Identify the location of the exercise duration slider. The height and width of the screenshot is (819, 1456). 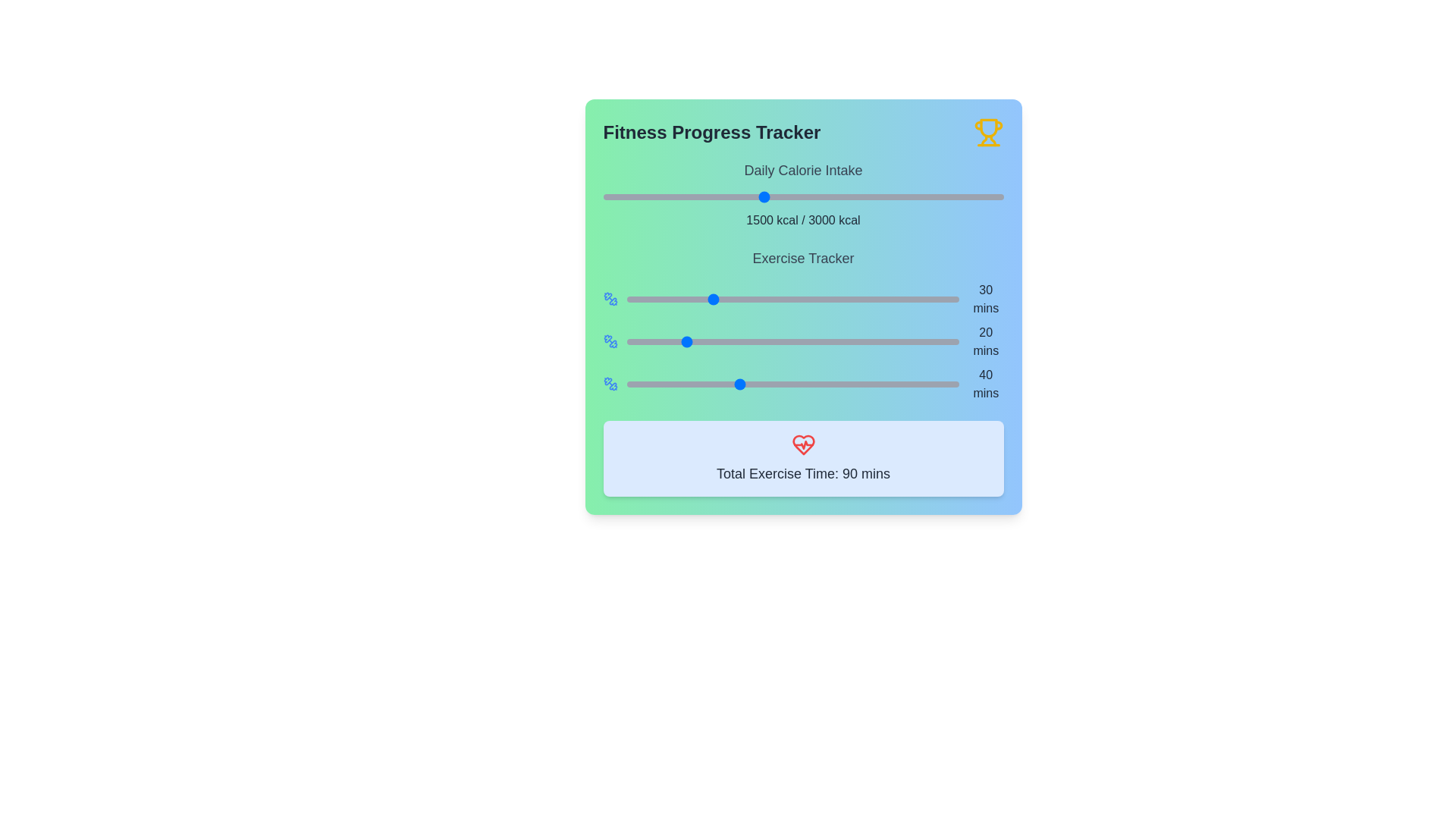
(670, 342).